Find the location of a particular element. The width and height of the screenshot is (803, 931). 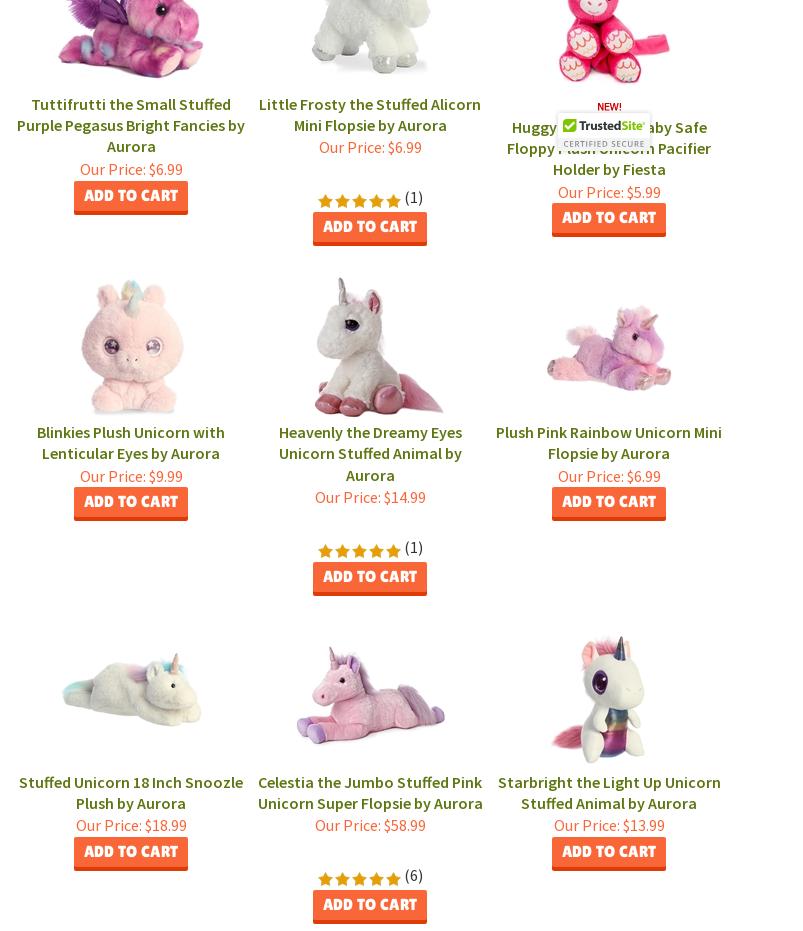

'Heavenly the Dreamy Eyes Unicorn Stuffed Animal by Aurora' is located at coordinates (369, 452).